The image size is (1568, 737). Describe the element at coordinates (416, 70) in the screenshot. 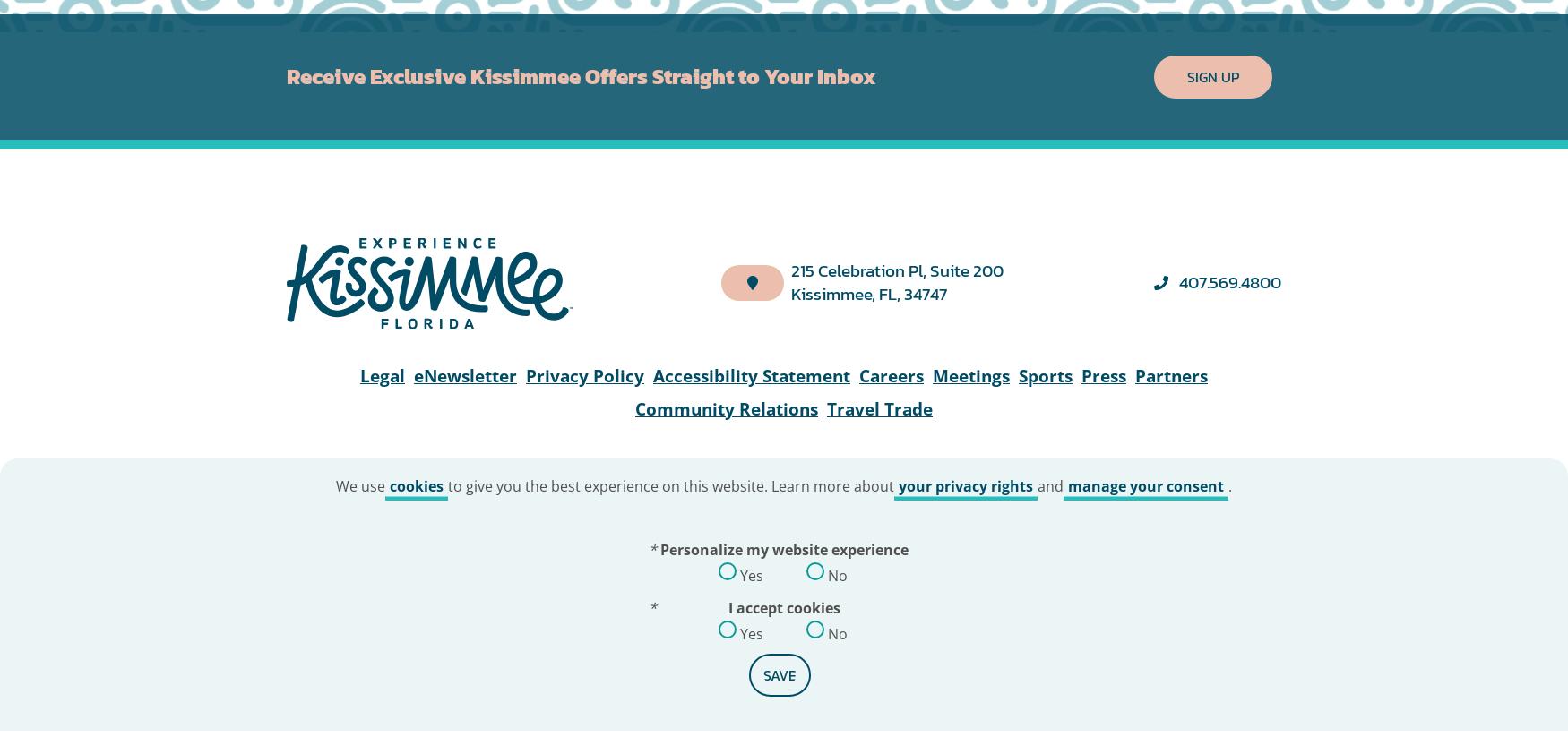

I see `'cookies'` at that location.